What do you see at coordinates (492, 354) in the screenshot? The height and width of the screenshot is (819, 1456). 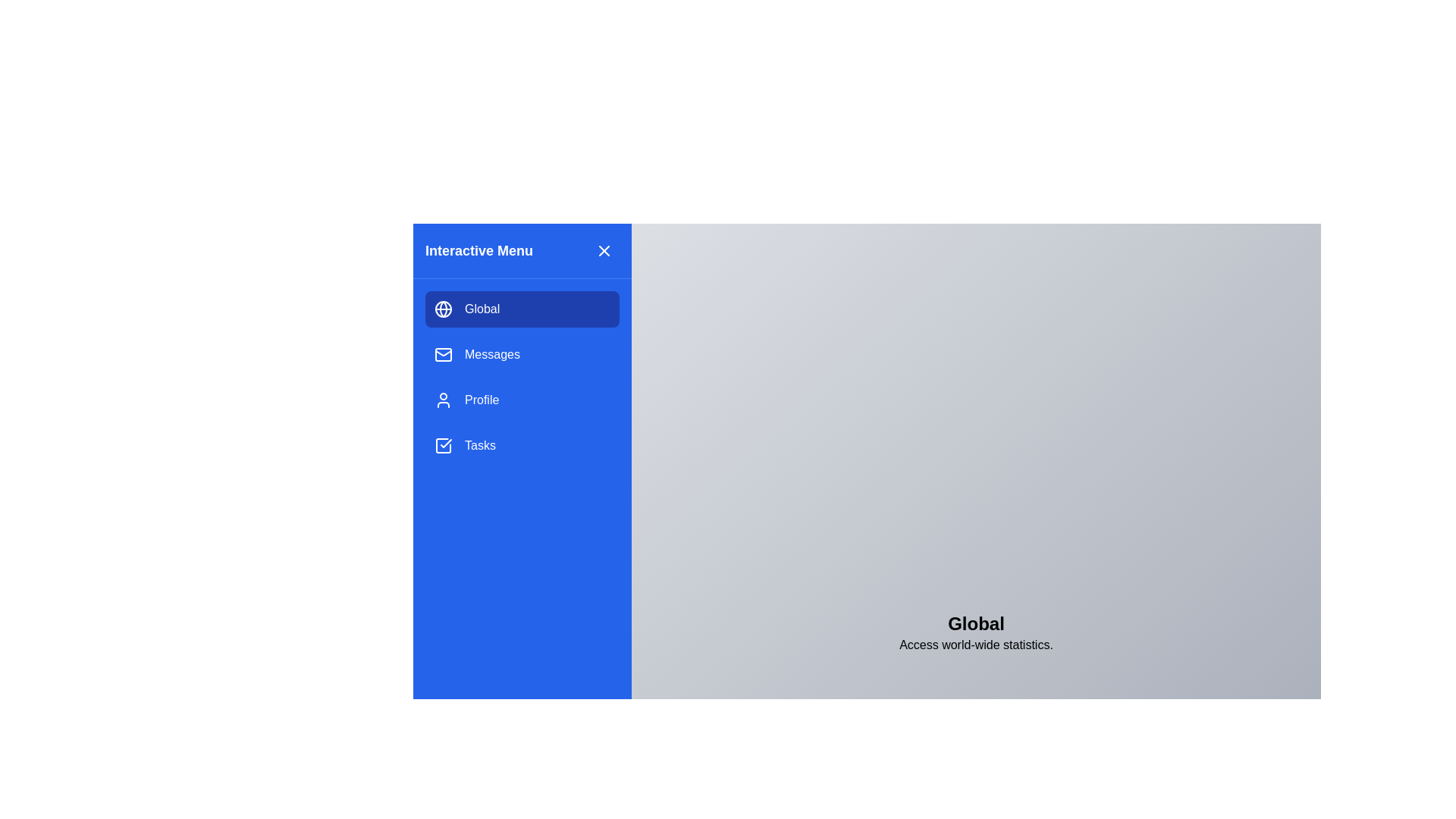 I see `the 'Messages' text label, which is located in the vertical navigation menu between the 'Global' and 'Profile' menu items` at bounding box center [492, 354].